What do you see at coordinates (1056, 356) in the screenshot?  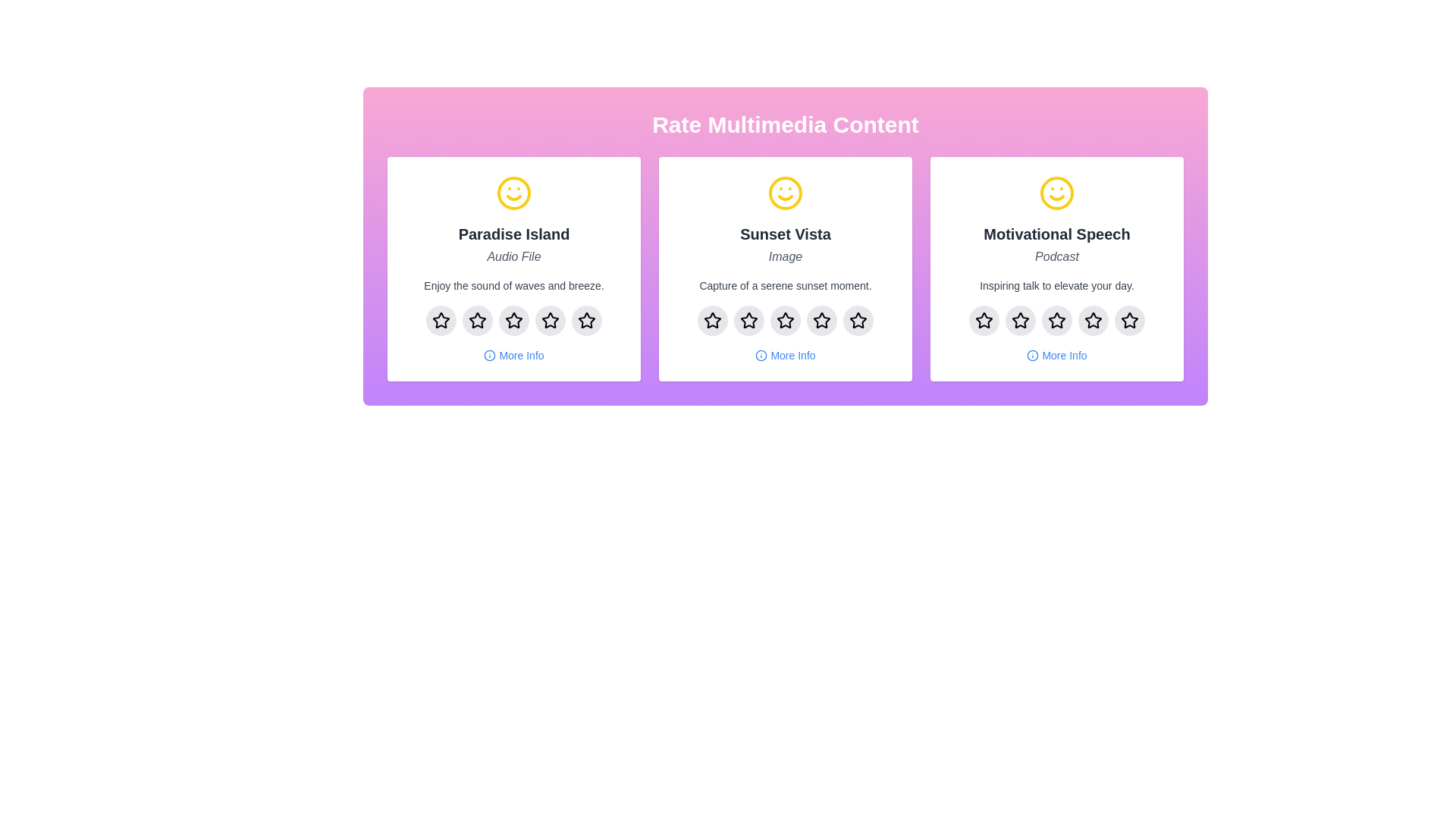 I see `'More Info' button for the multimedia item with the title Motivational Speech` at bounding box center [1056, 356].